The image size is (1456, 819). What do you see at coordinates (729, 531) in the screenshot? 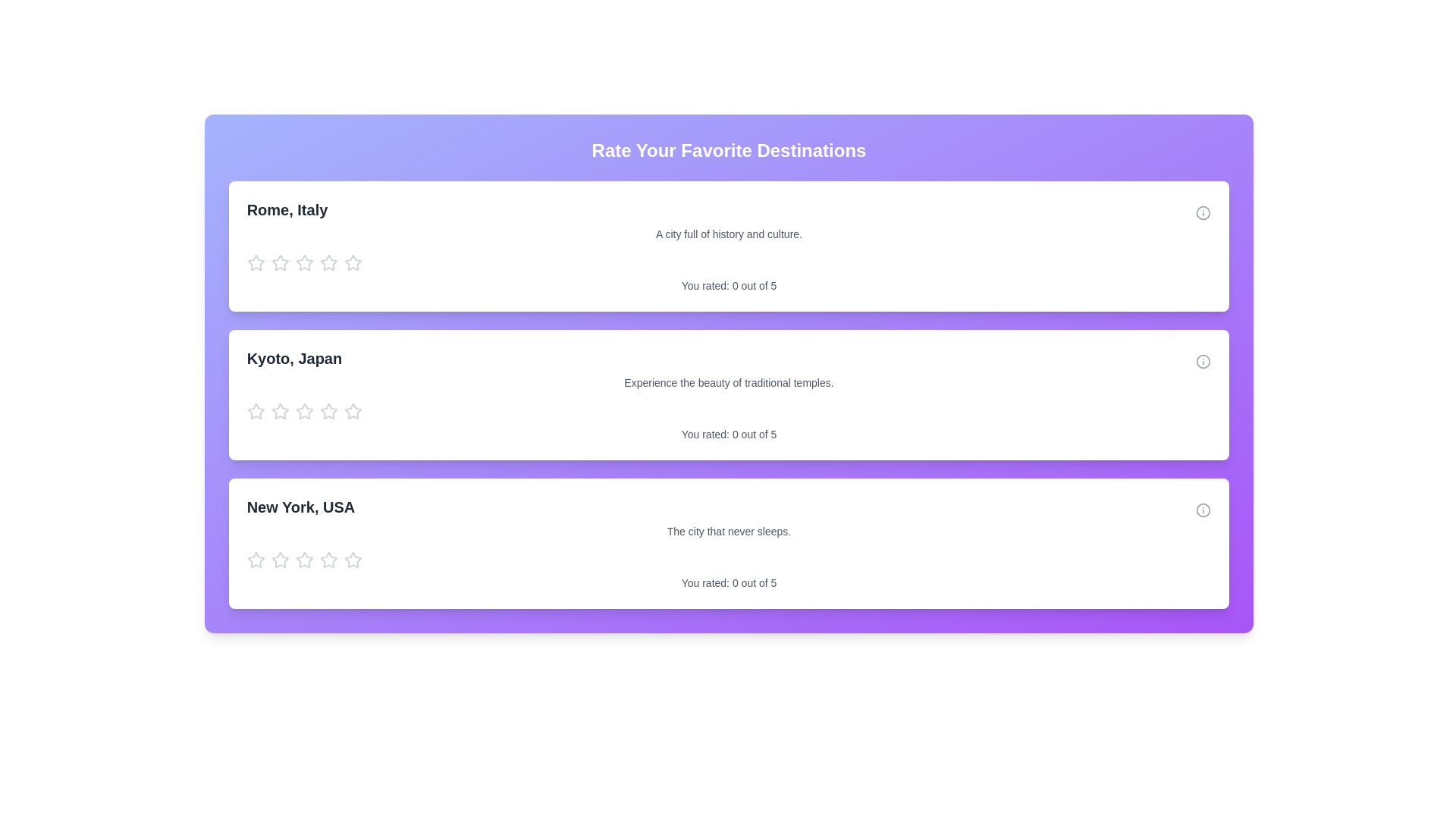
I see `the static text label displaying 'The city that never sleeps.' located in the third card below the heading 'New York, USA'` at bounding box center [729, 531].